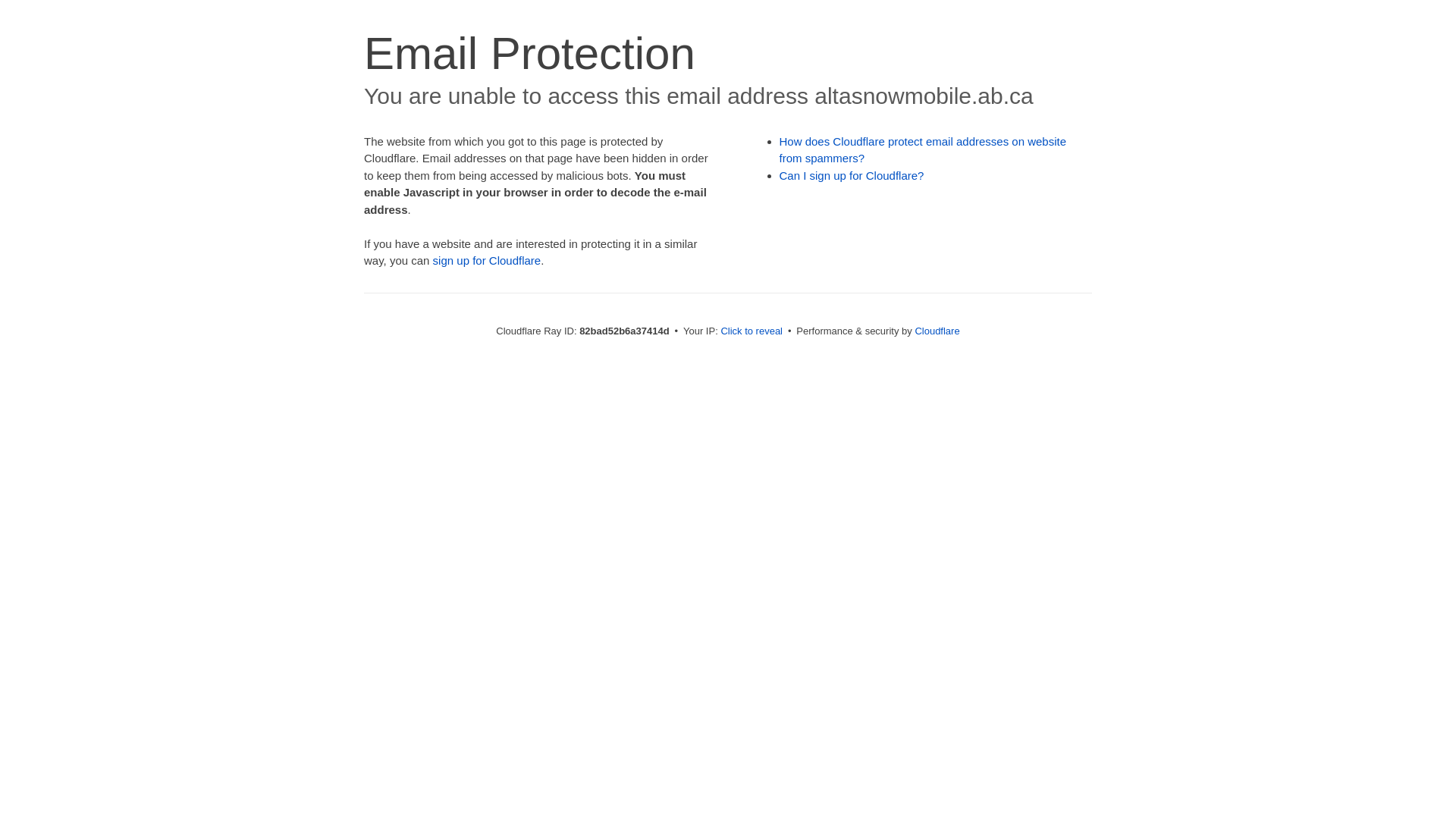 Image resolution: width=1456 pixels, height=819 pixels. I want to click on 'Cloudflare', so click(936, 330).